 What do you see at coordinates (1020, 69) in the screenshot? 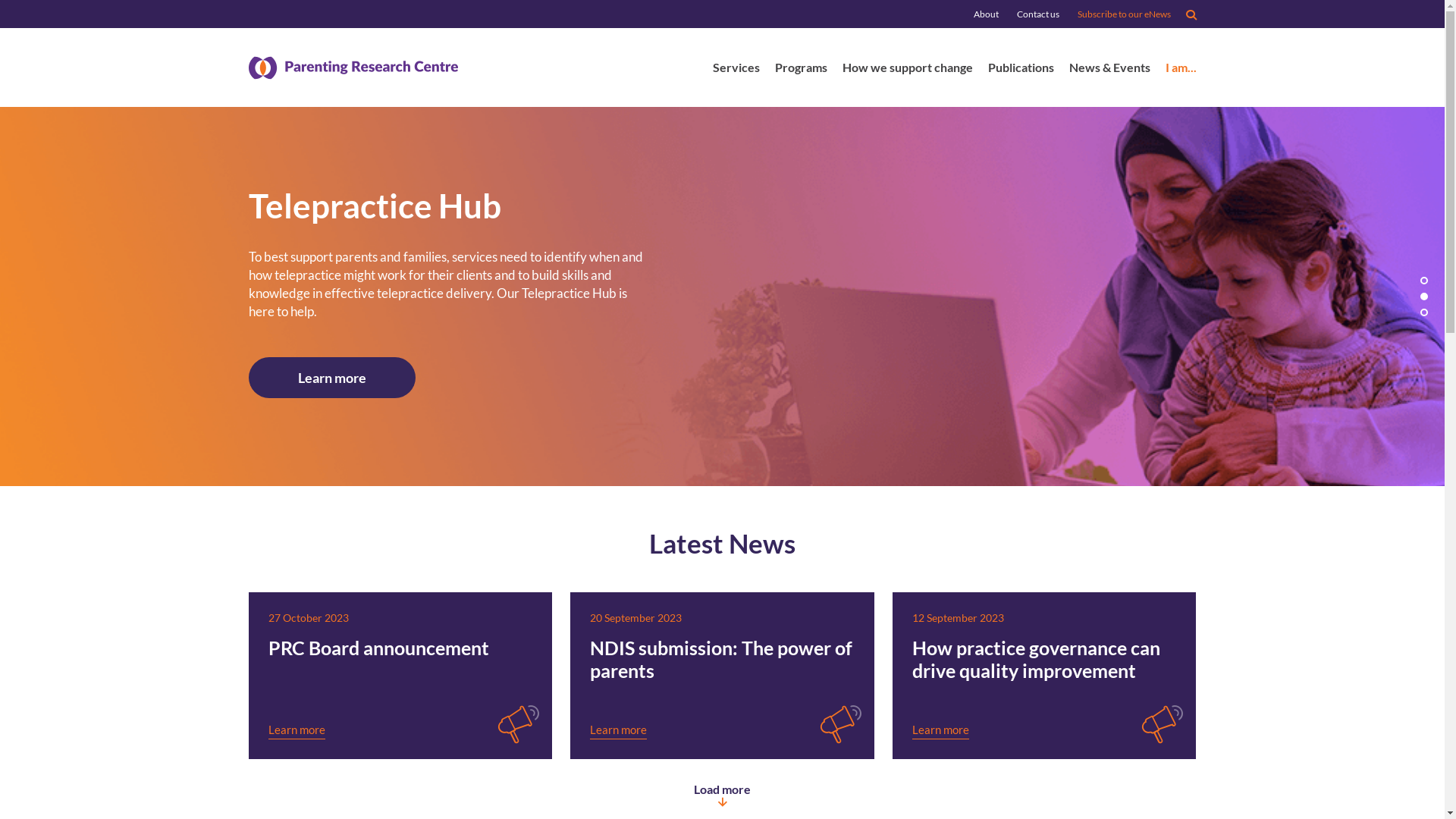
I see `'Publications'` at bounding box center [1020, 69].